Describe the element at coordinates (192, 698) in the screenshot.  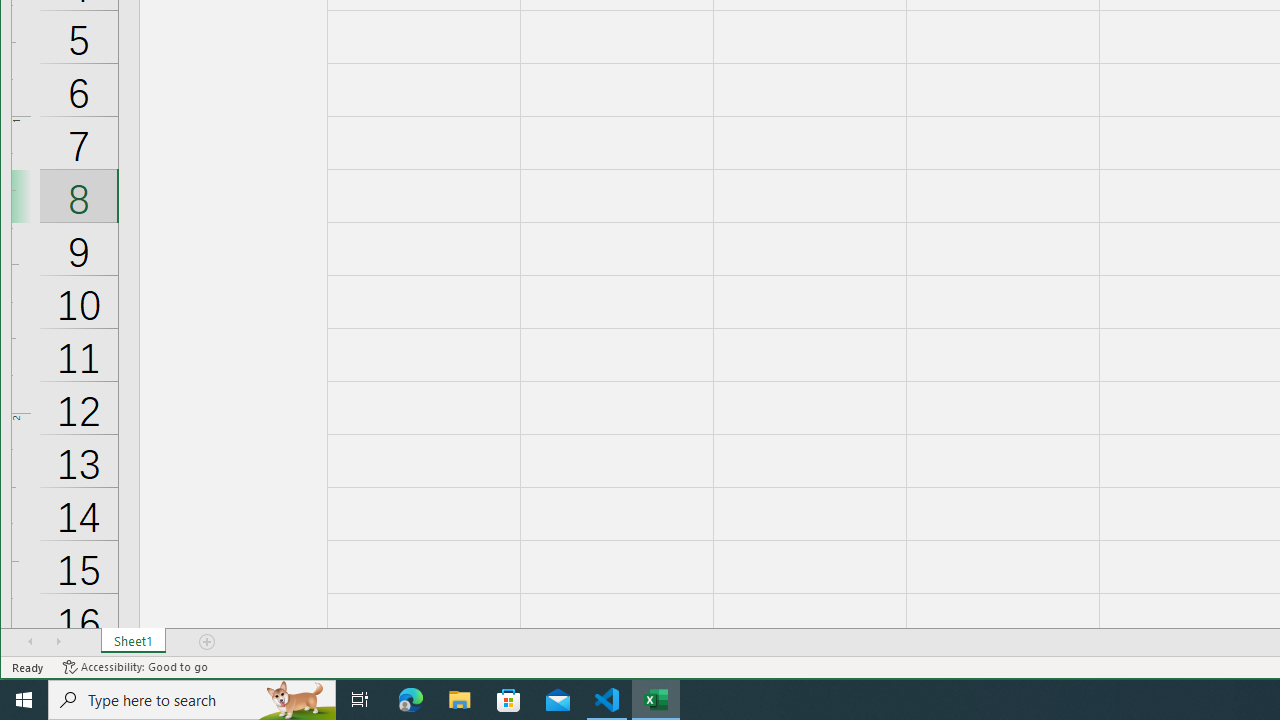
I see `'Type here to search'` at that location.